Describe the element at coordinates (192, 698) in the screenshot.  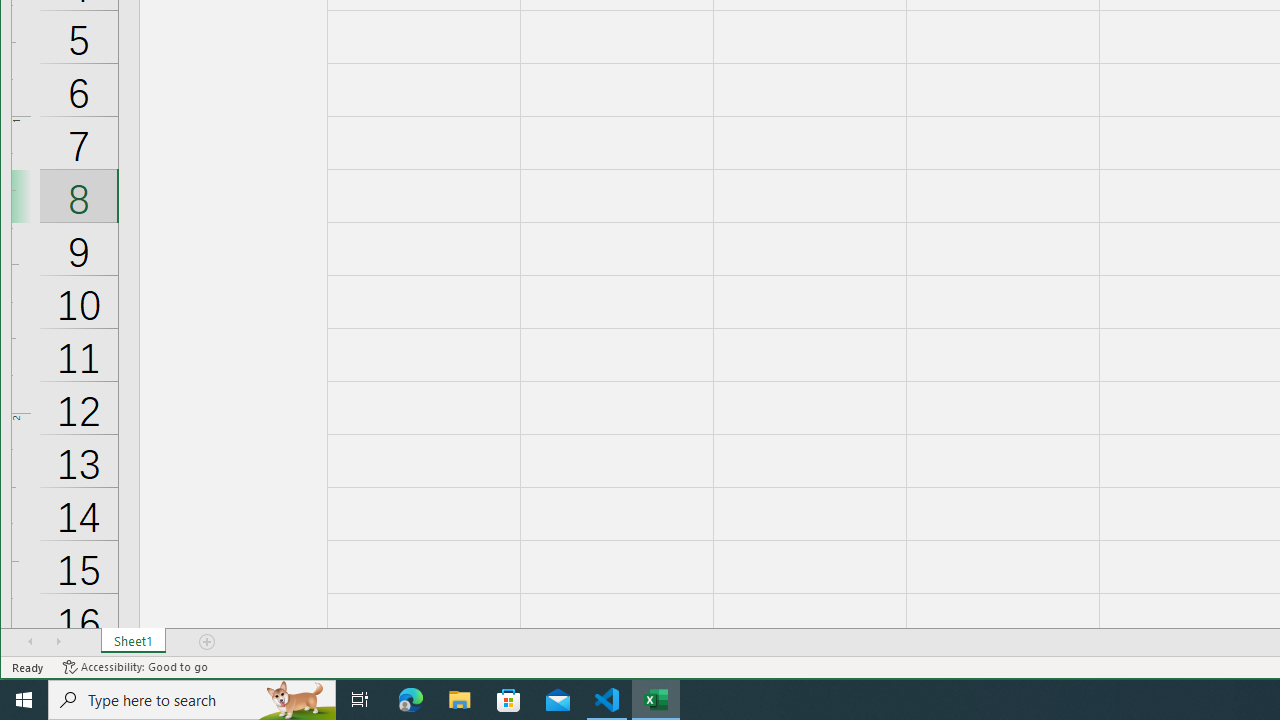
I see `'Type here to search'` at that location.